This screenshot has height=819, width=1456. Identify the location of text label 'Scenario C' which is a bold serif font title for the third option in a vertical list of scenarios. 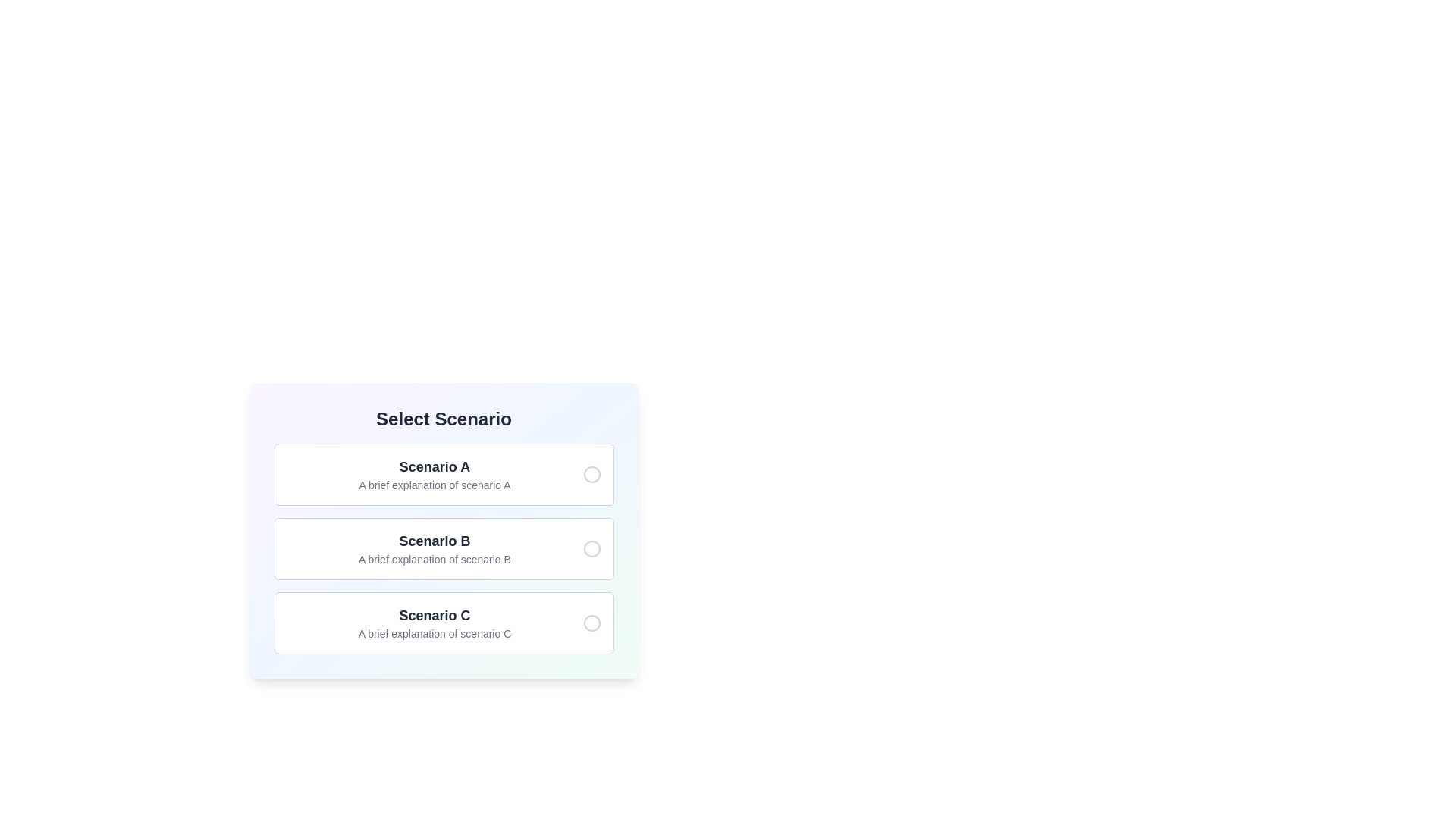
(434, 616).